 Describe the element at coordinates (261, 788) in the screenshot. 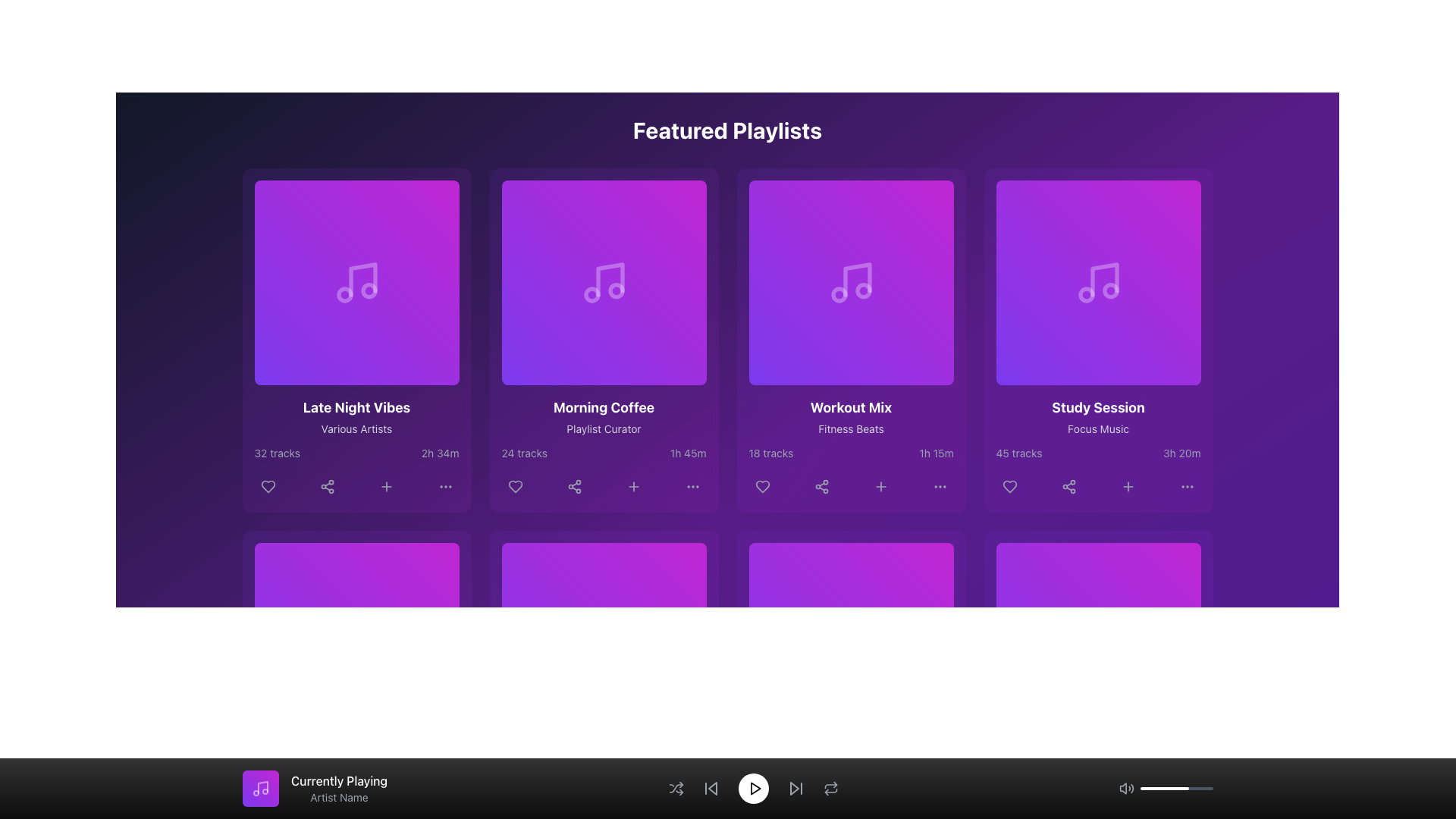

I see `the button that represents the currently playing track or media` at that location.